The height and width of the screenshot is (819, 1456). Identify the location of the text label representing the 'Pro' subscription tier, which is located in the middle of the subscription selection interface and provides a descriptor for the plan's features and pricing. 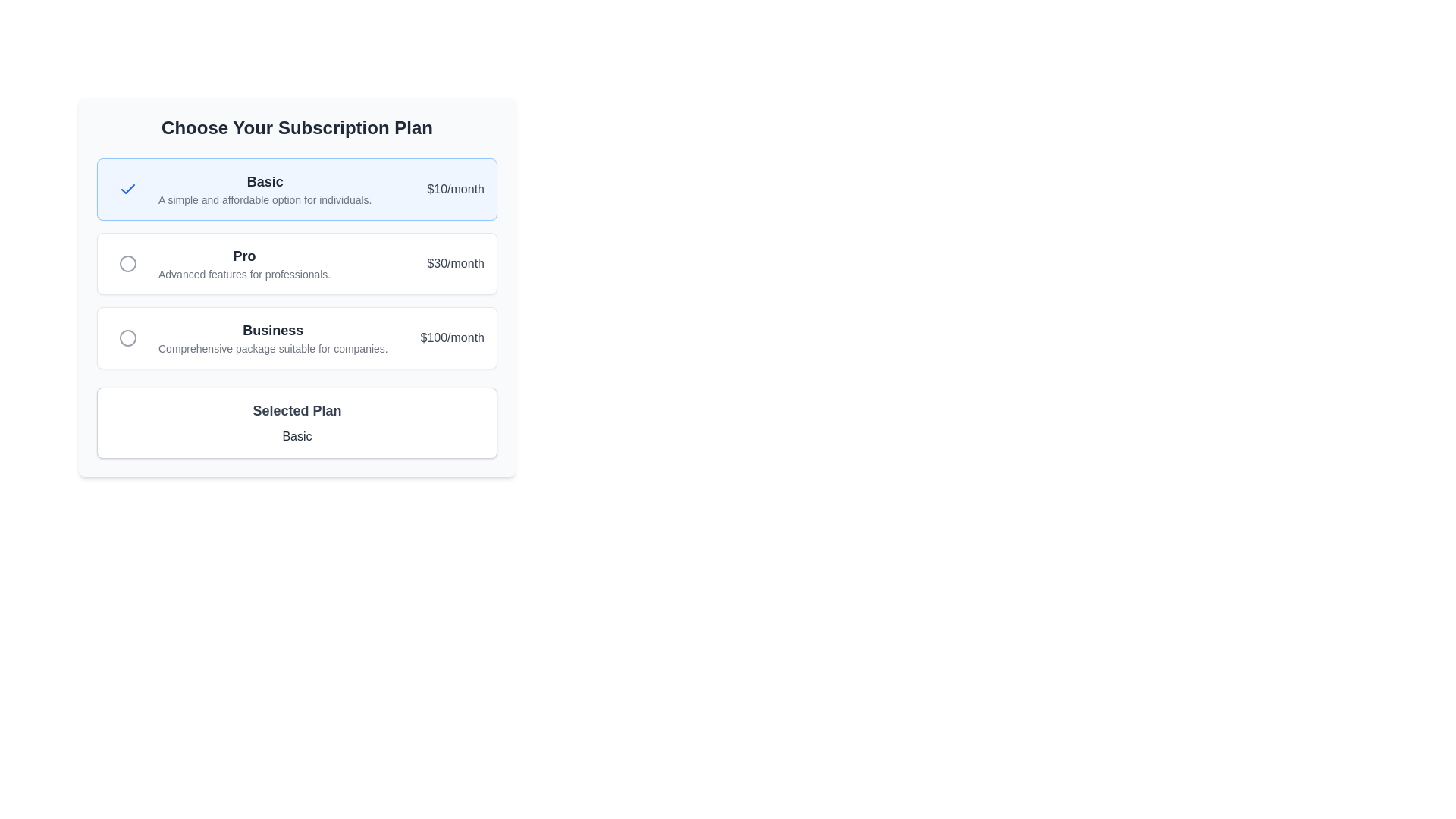
(244, 256).